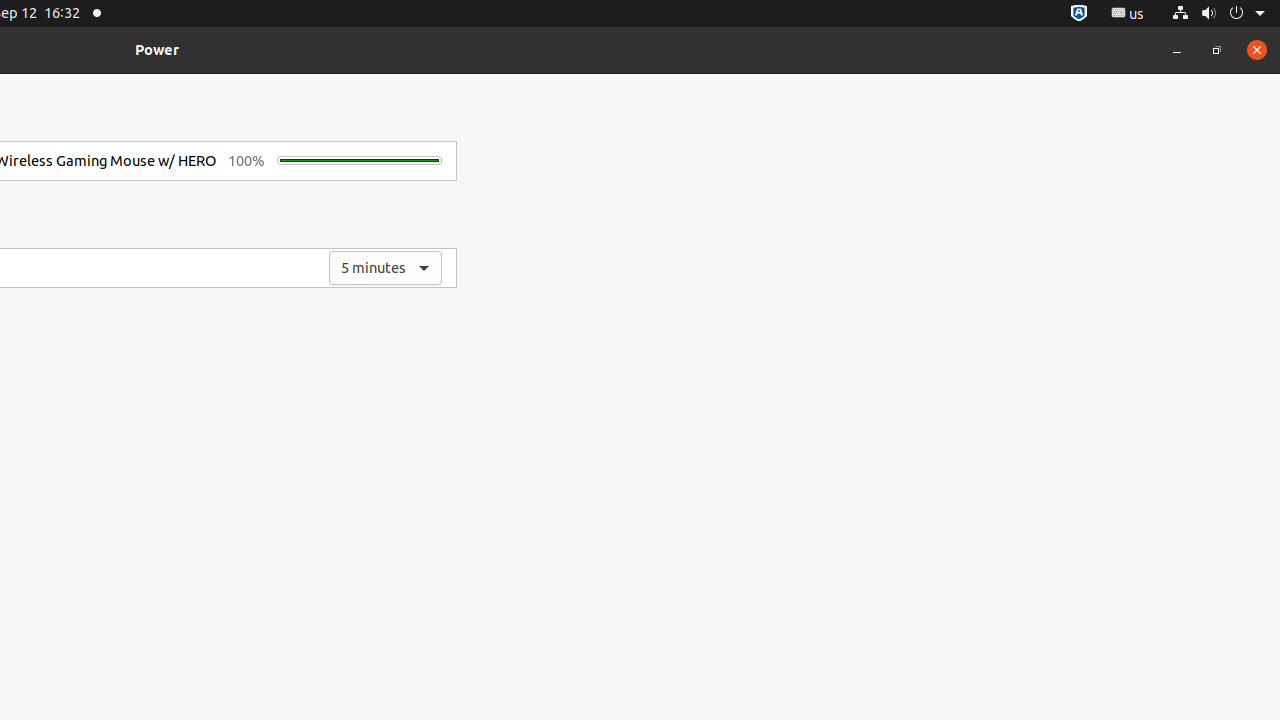 The height and width of the screenshot is (720, 1280). What do you see at coordinates (1216, 48) in the screenshot?
I see `'Restore'` at bounding box center [1216, 48].